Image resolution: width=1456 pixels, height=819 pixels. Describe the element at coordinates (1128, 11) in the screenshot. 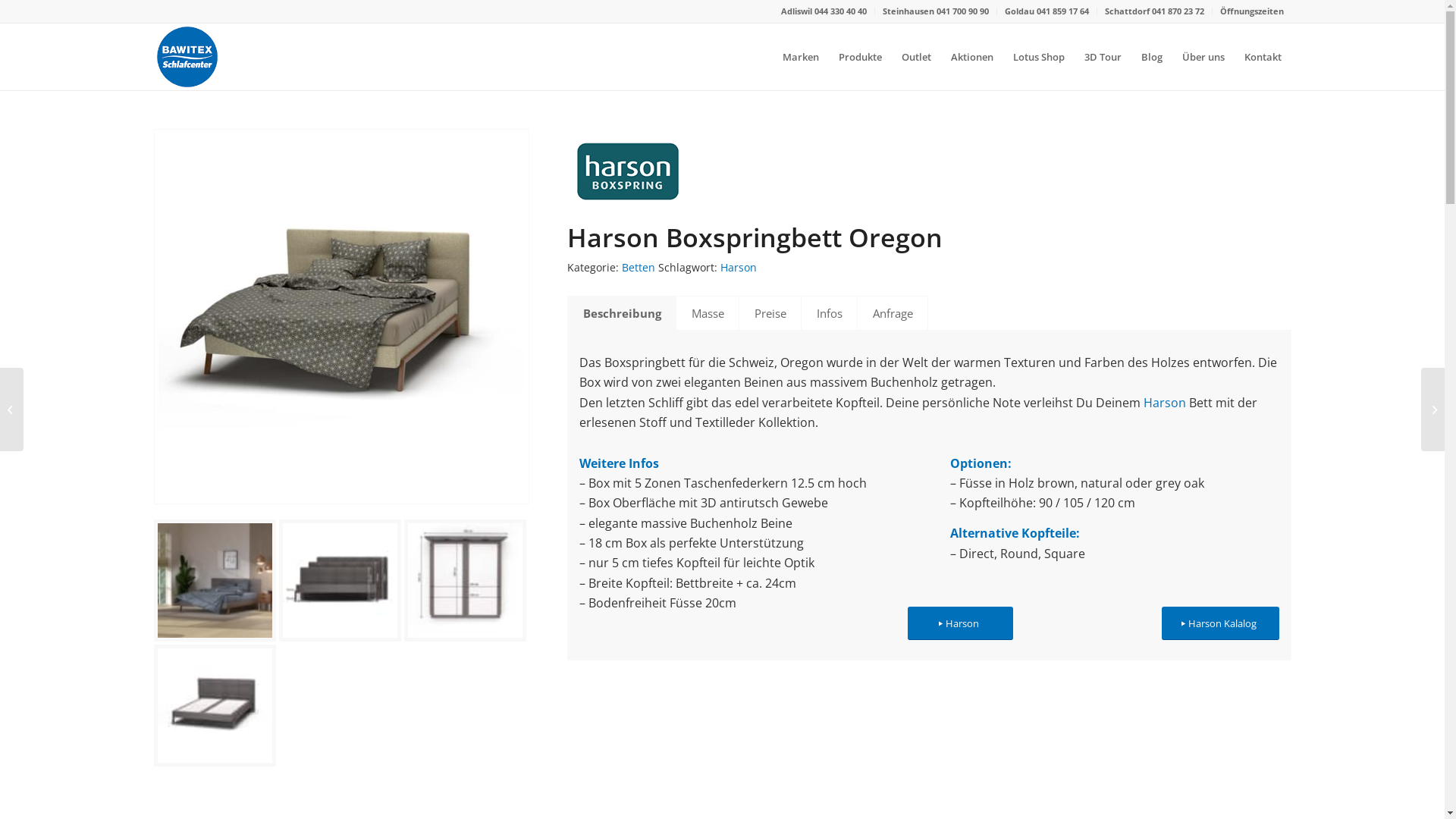

I see `'Schattdorf'` at that location.